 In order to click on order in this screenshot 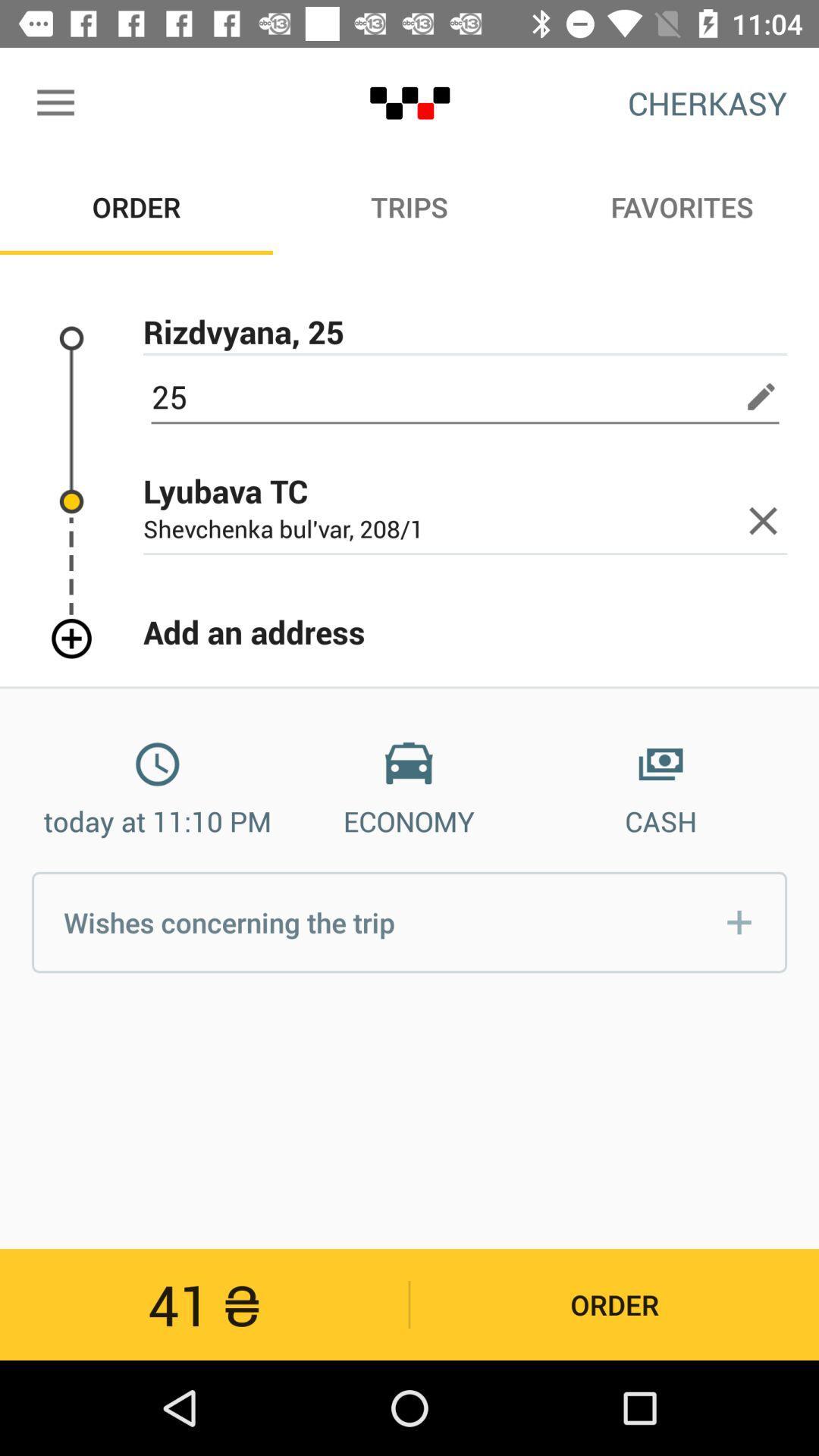, I will do `click(614, 1304)`.